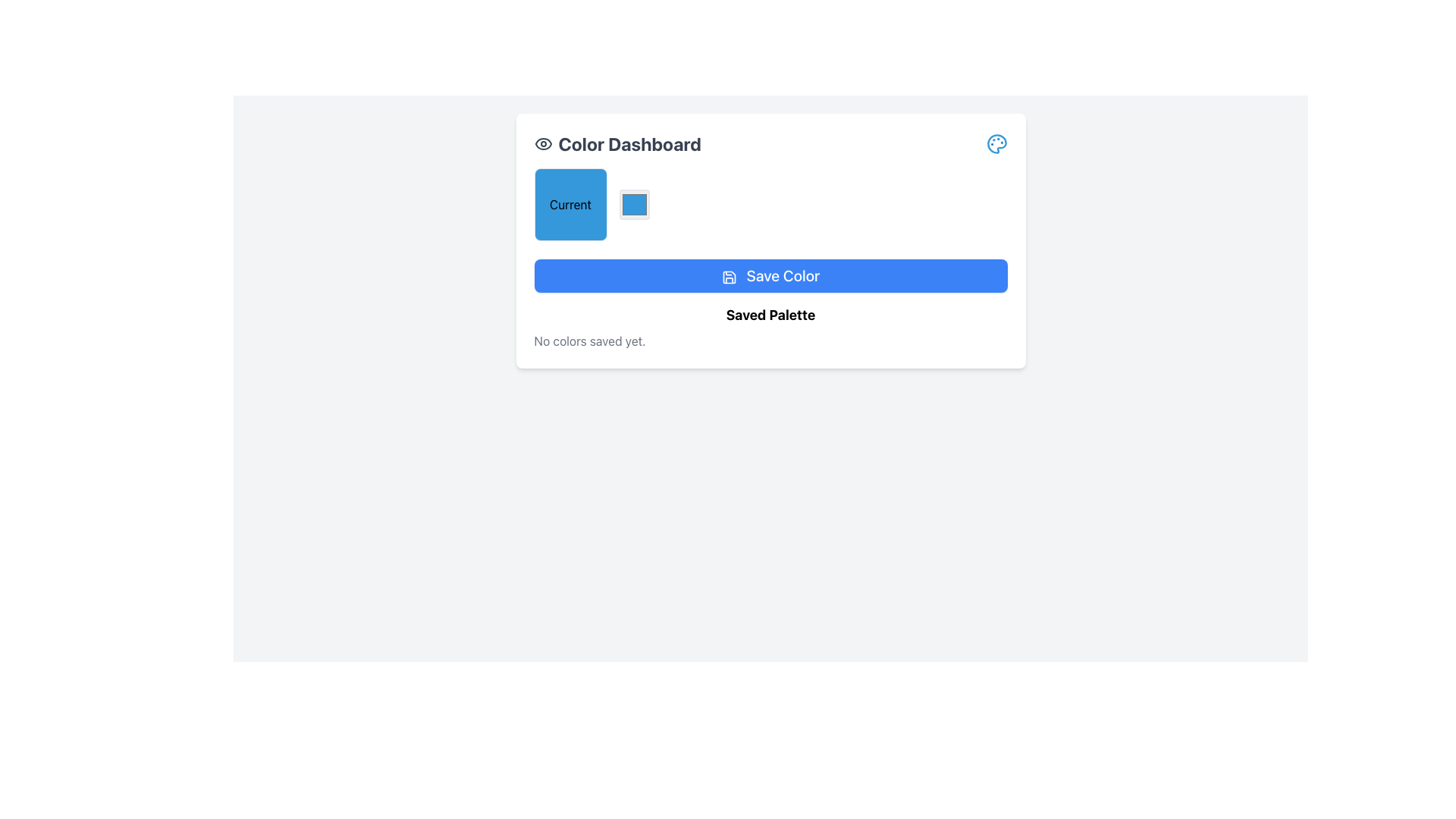 The height and width of the screenshot is (819, 1456). I want to click on the gray text label stating 'No colors saved yet.' located at the bottom-left of the 'Saved Palette' section, so click(588, 341).